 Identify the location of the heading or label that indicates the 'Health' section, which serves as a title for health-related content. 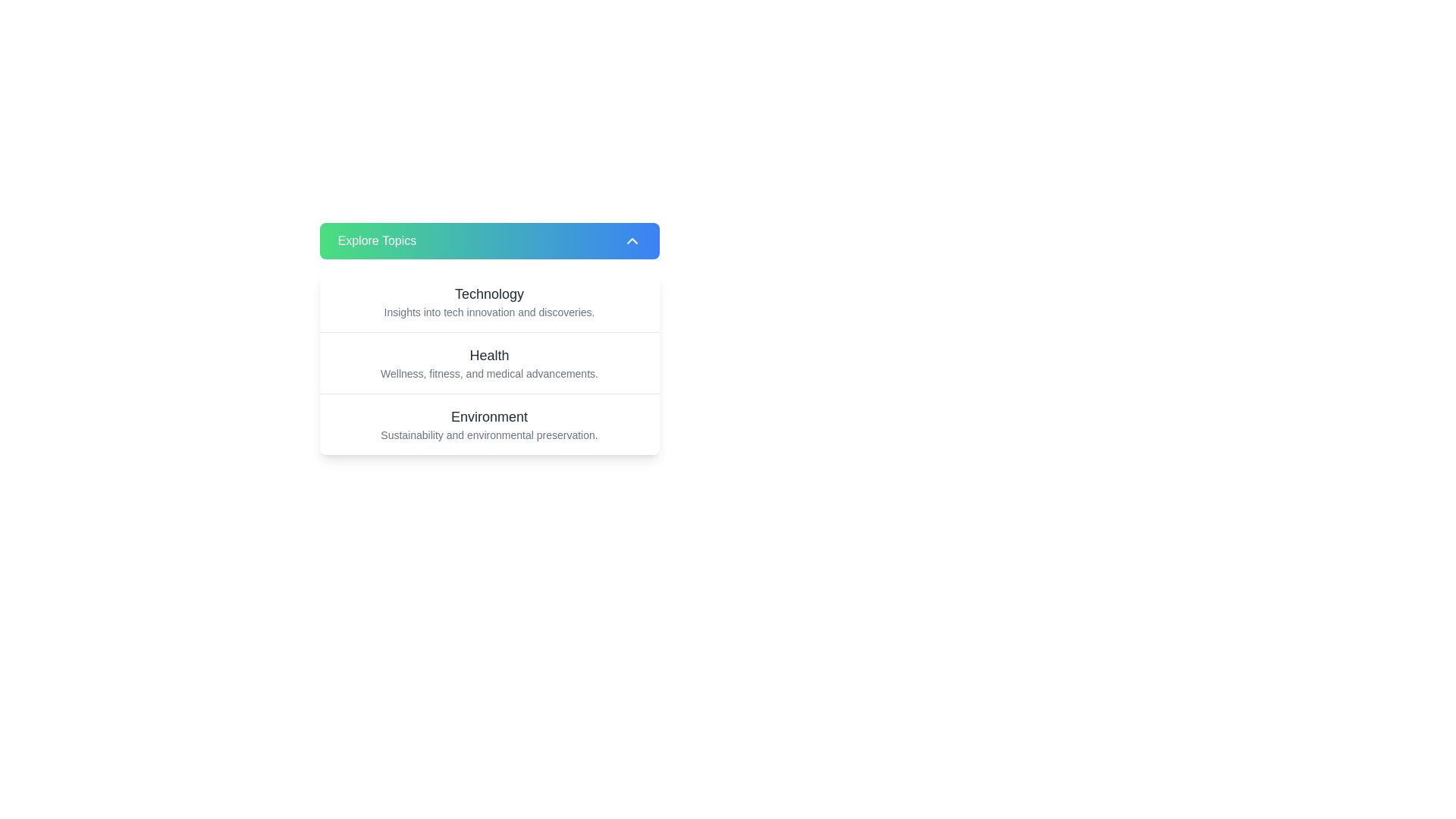
(489, 356).